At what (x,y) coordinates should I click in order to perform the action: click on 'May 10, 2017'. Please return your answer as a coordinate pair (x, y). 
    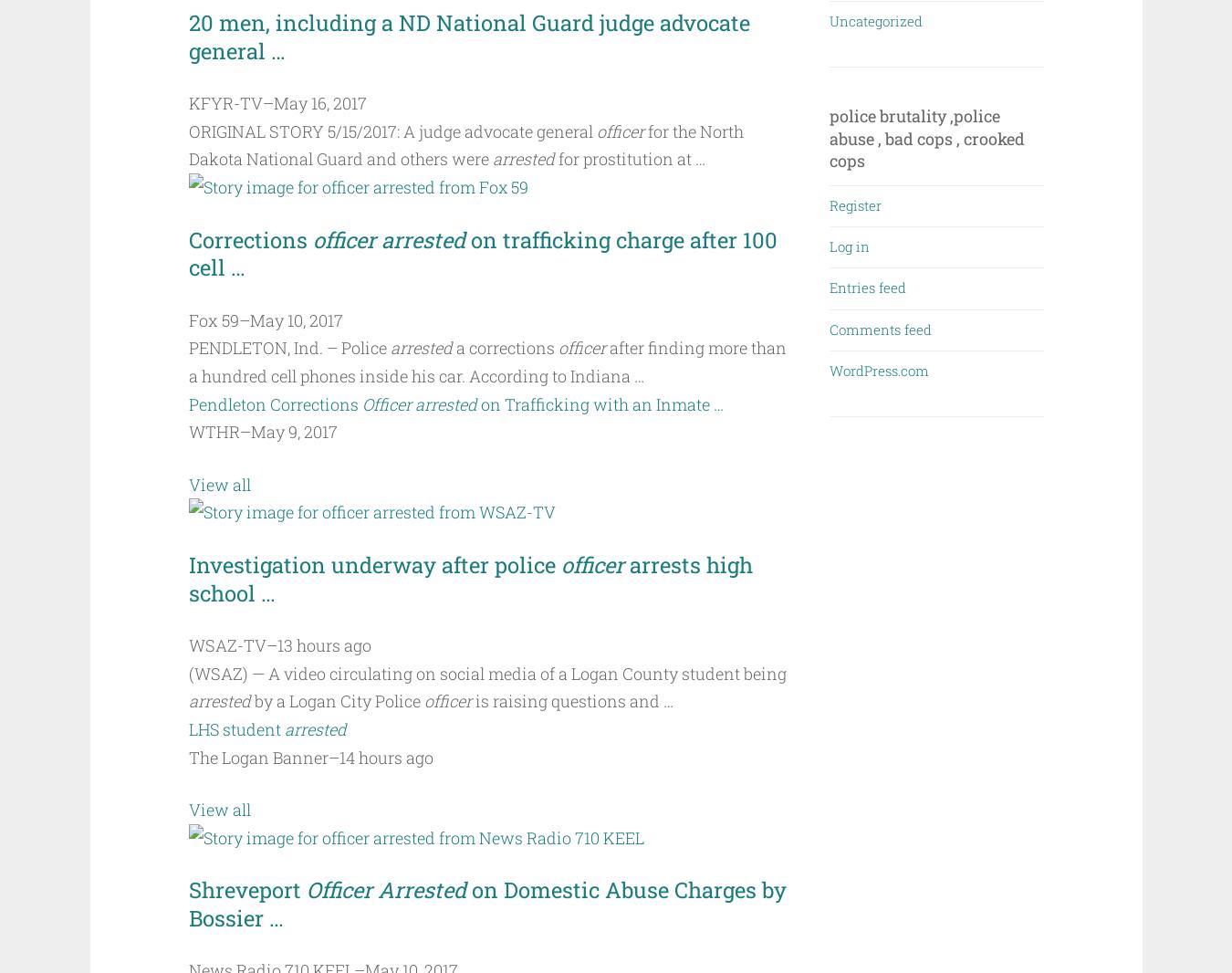
    Looking at the image, I should click on (295, 319).